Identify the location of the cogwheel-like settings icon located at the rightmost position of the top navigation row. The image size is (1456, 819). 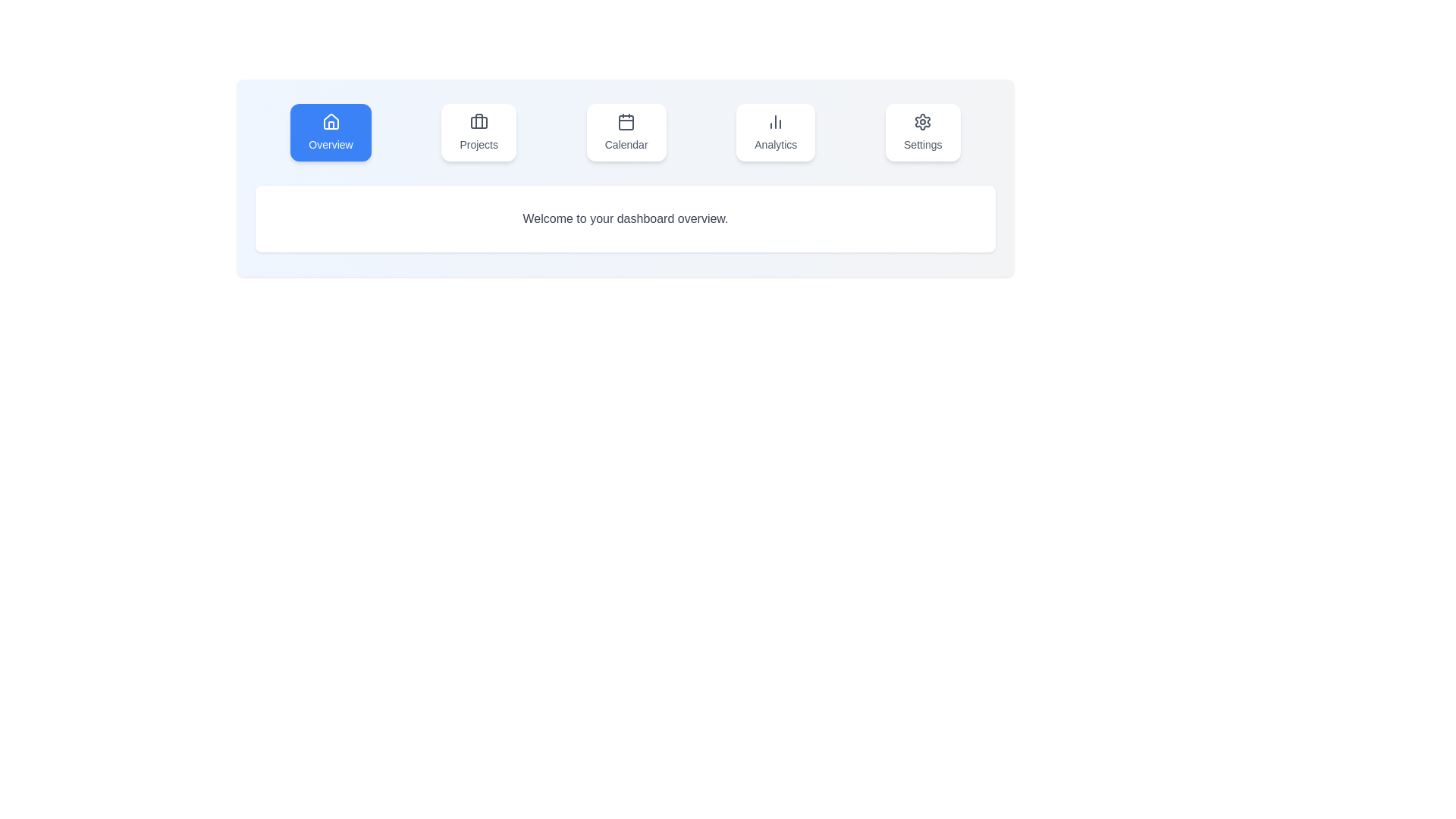
(922, 121).